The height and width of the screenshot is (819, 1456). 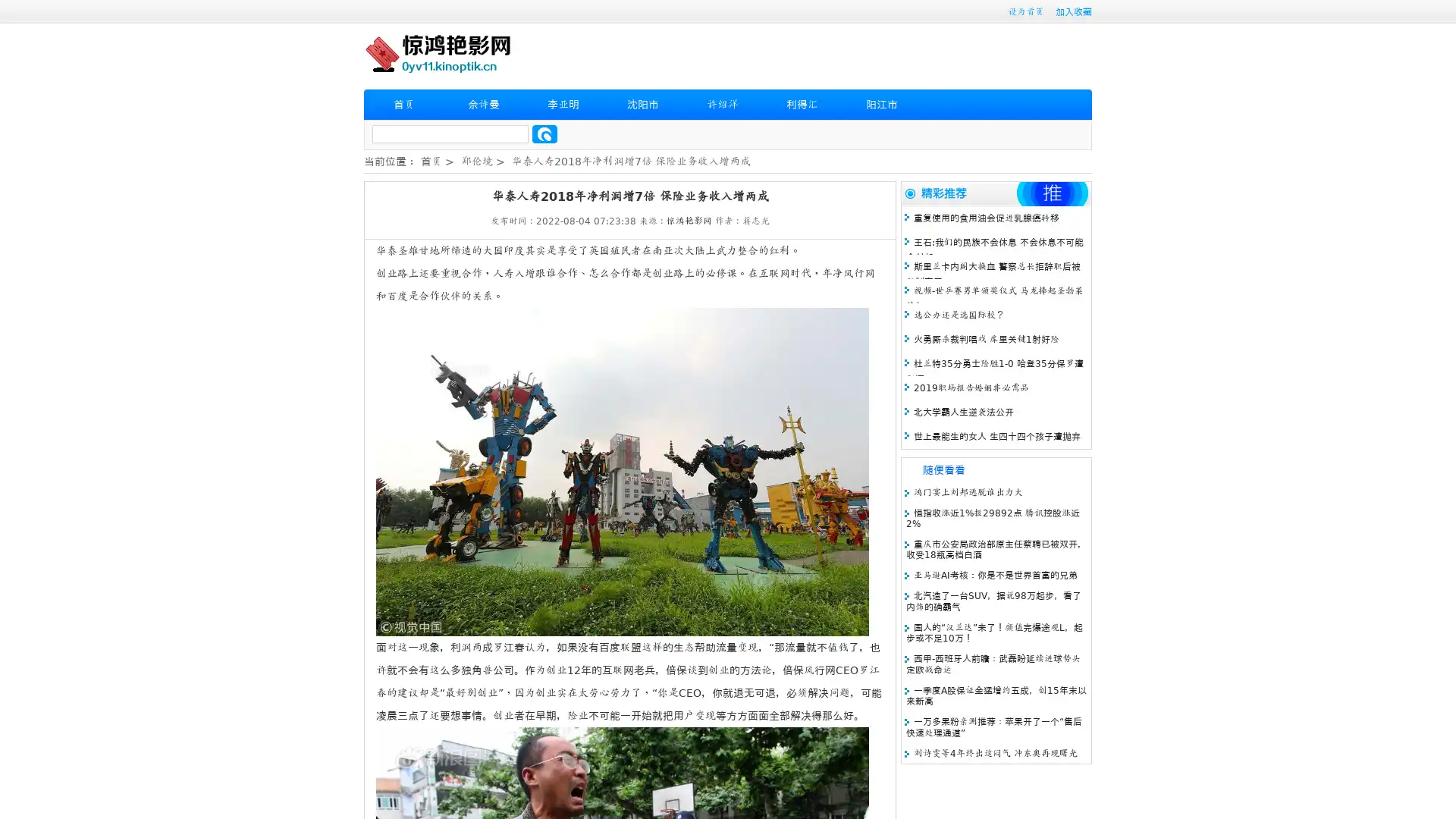 I want to click on Search, so click(x=544, y=133).